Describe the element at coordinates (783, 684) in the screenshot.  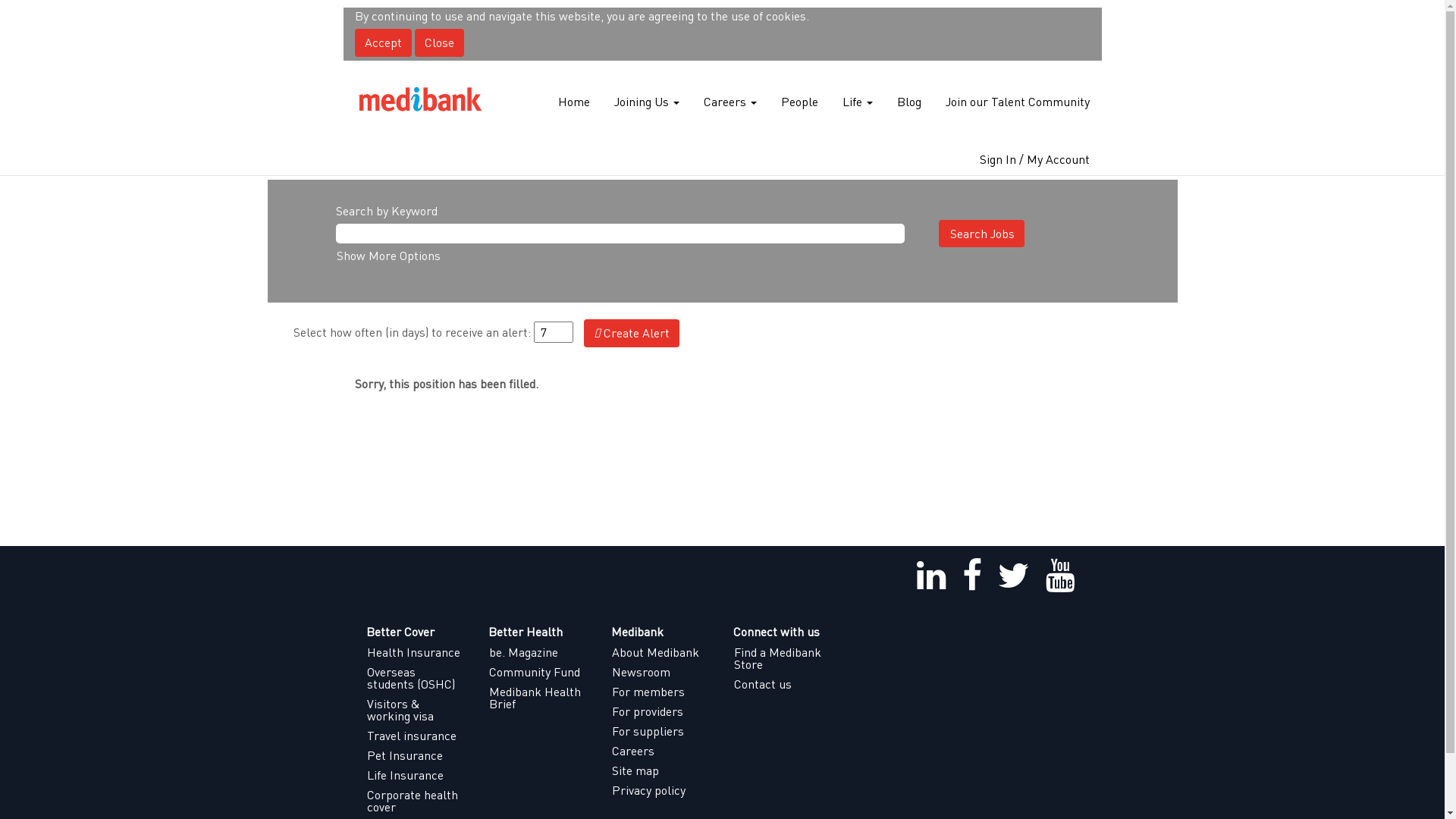
I see `'Contact us'` at that location.